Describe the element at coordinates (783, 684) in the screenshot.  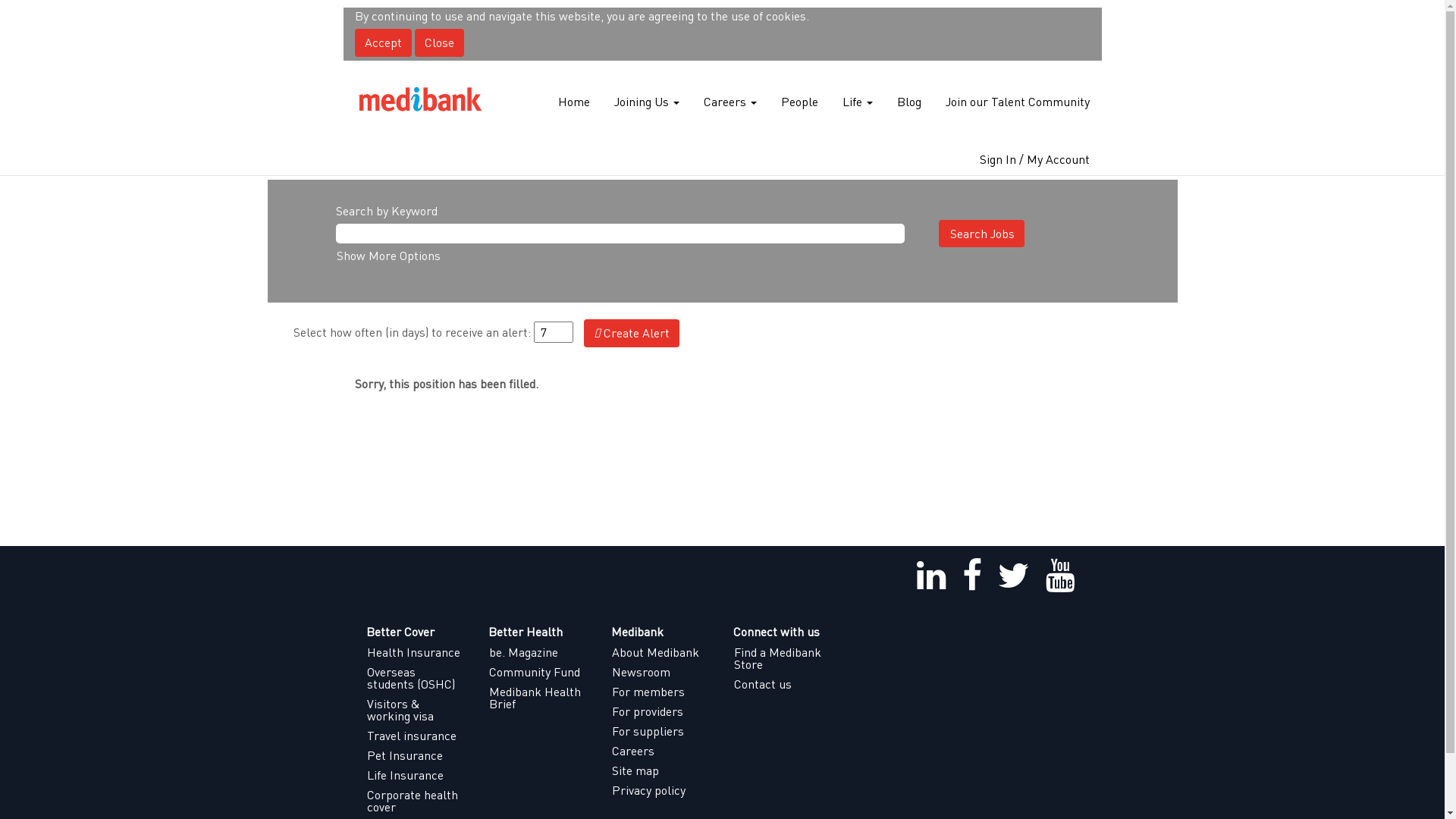
I see `'Contact us'` at that location.